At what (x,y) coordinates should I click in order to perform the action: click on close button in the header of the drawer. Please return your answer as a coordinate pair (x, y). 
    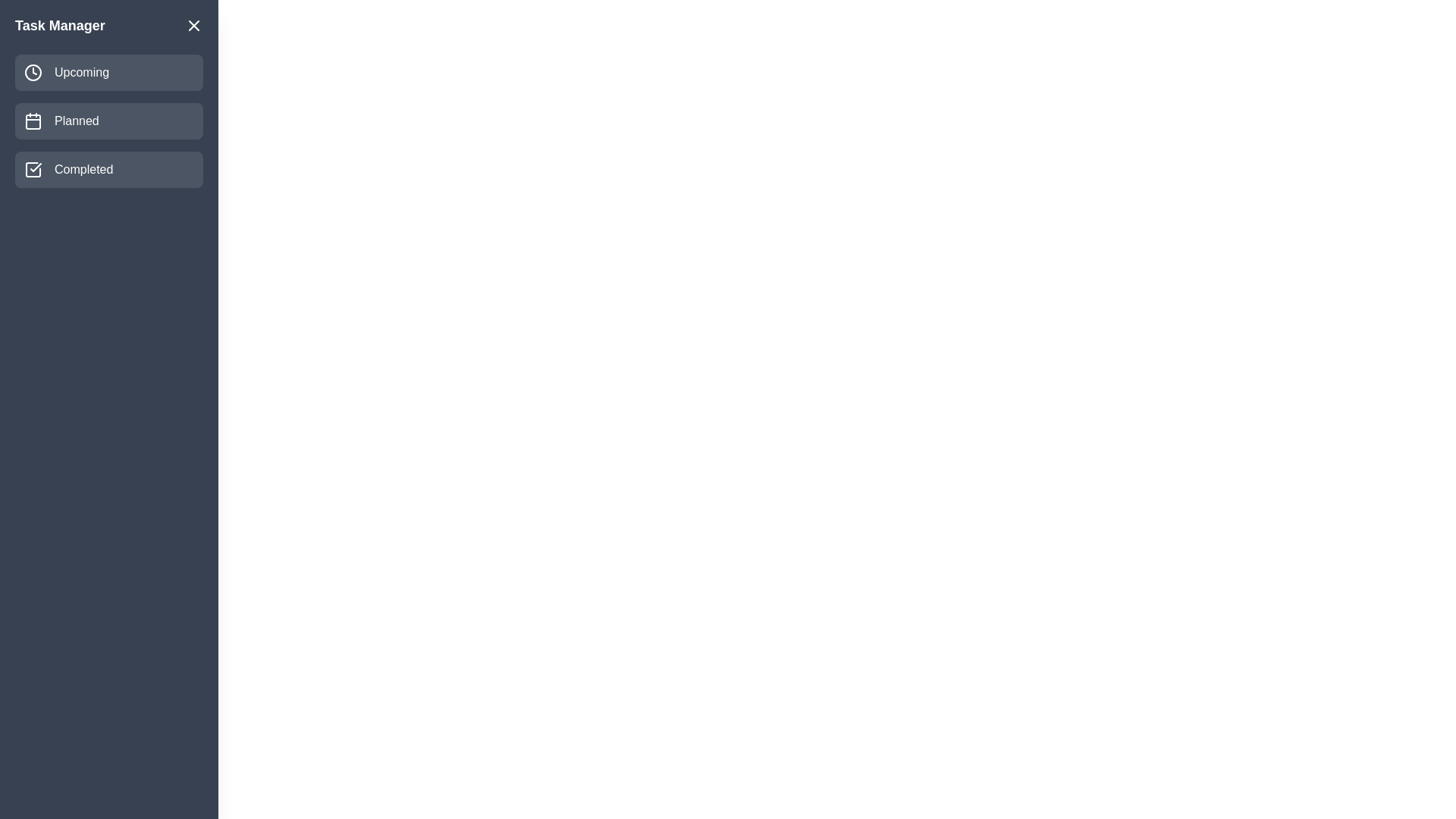
    Looking at the image, I should click on (193, 26).